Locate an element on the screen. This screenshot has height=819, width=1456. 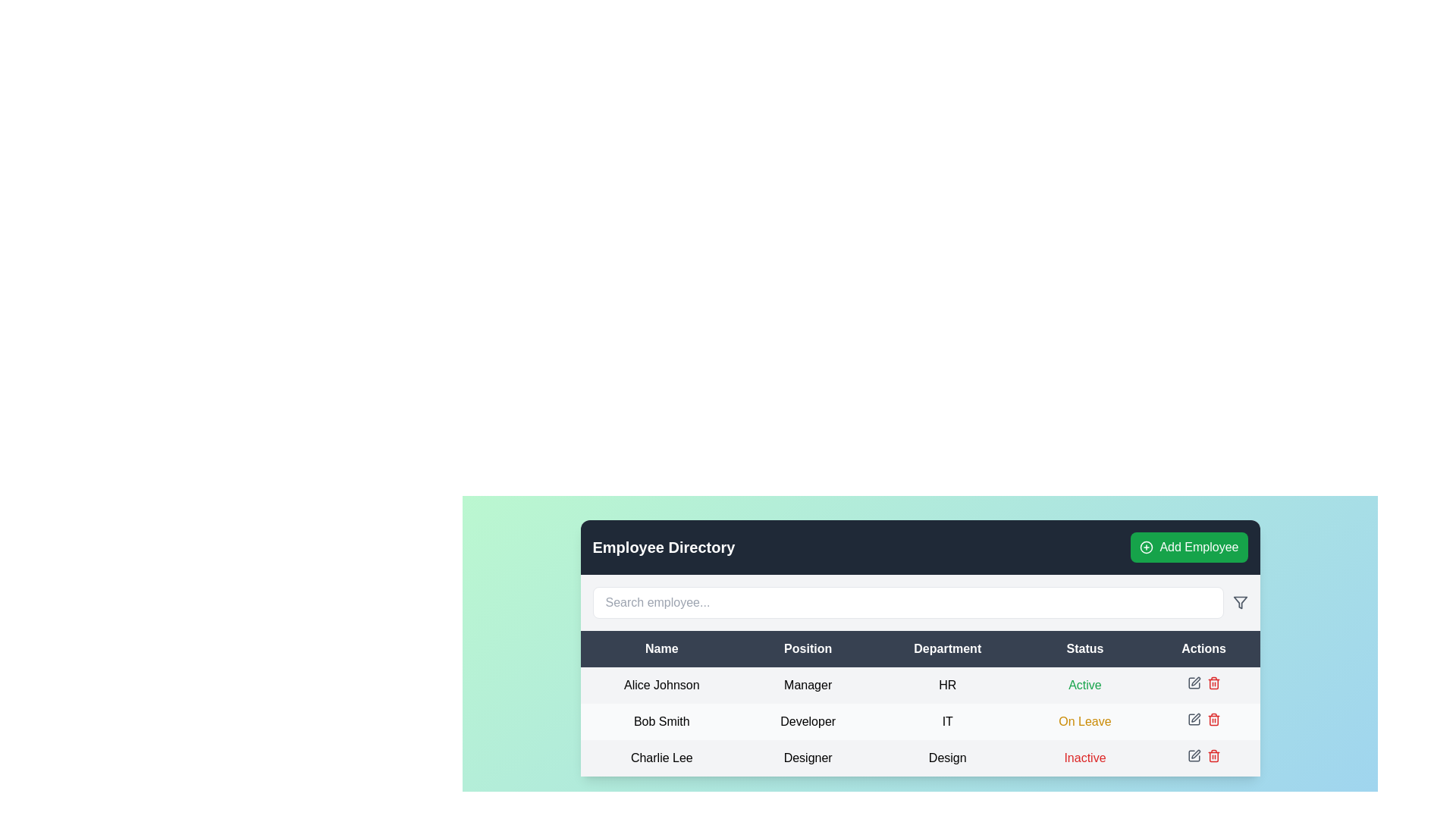
the gray square icon with a pen overlay located in the 'Actions' column of the first row associated with 'Alice Johnson' to initiate the edit action is located at coordinates (1193, 683).